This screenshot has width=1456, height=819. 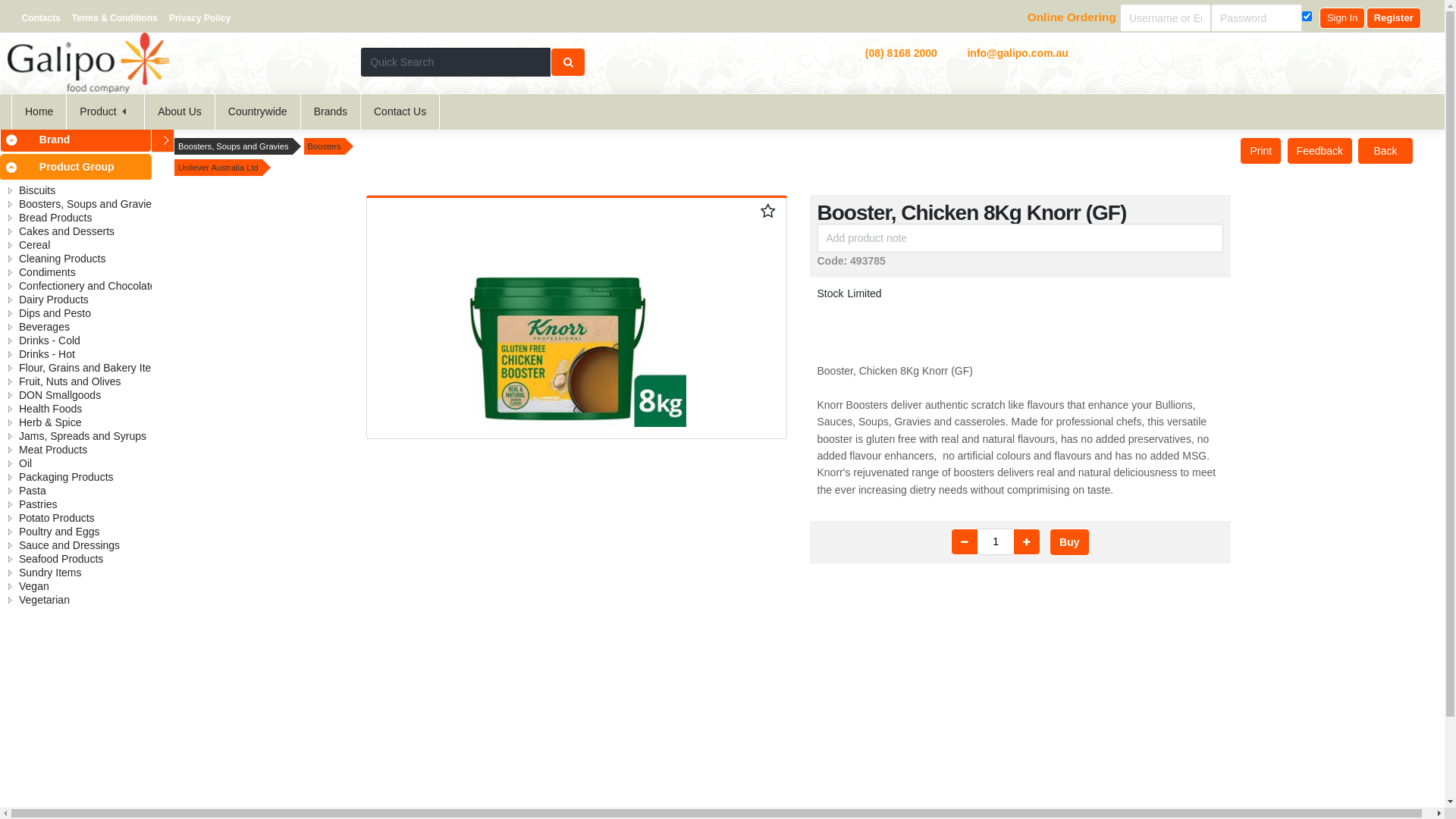 What do you see at coordinates (17, 326) in the screenshot?
I see `'Beverages'` at bounding box center [17, 326].